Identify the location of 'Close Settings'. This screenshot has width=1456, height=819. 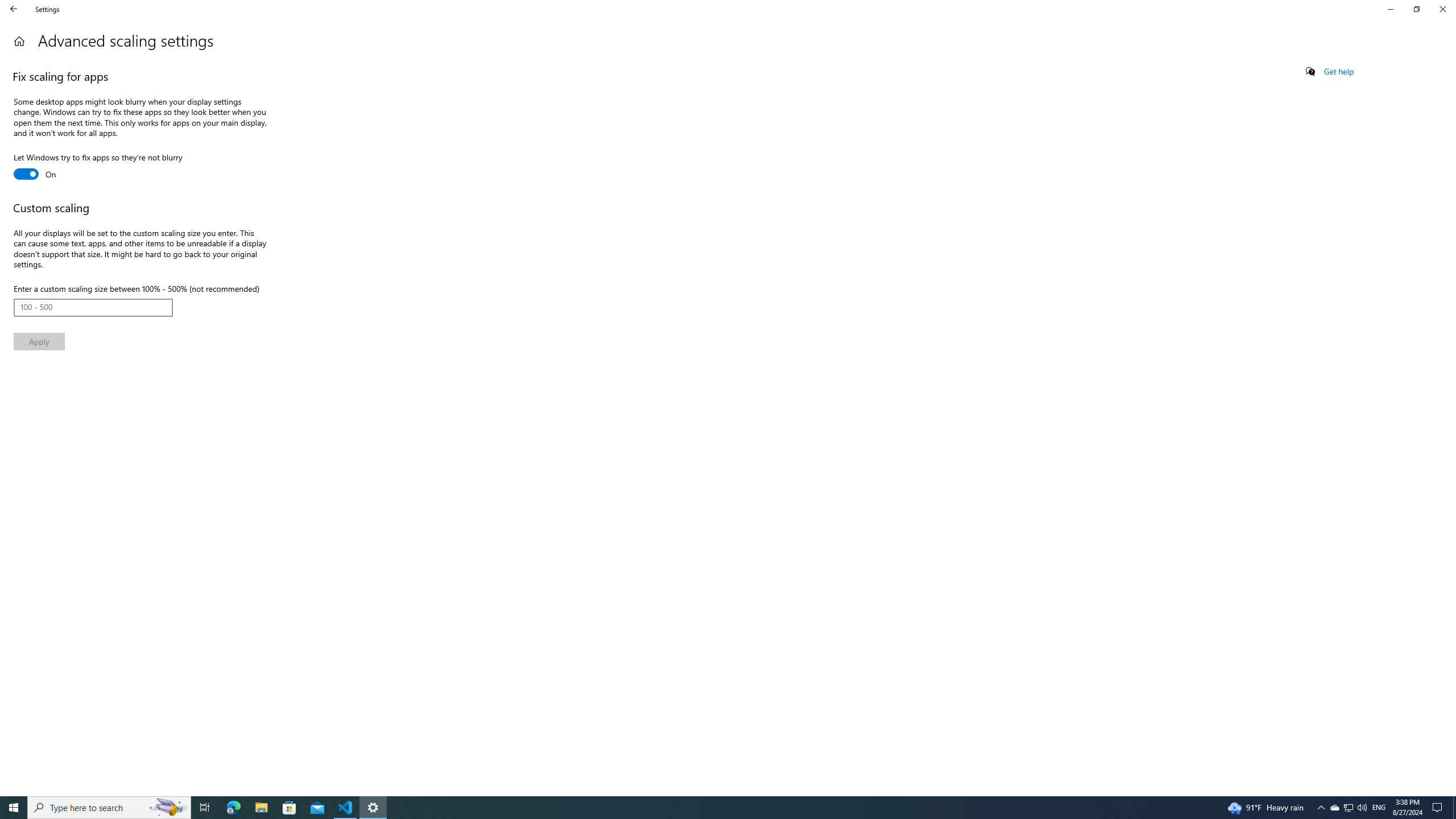
(1442, 9).